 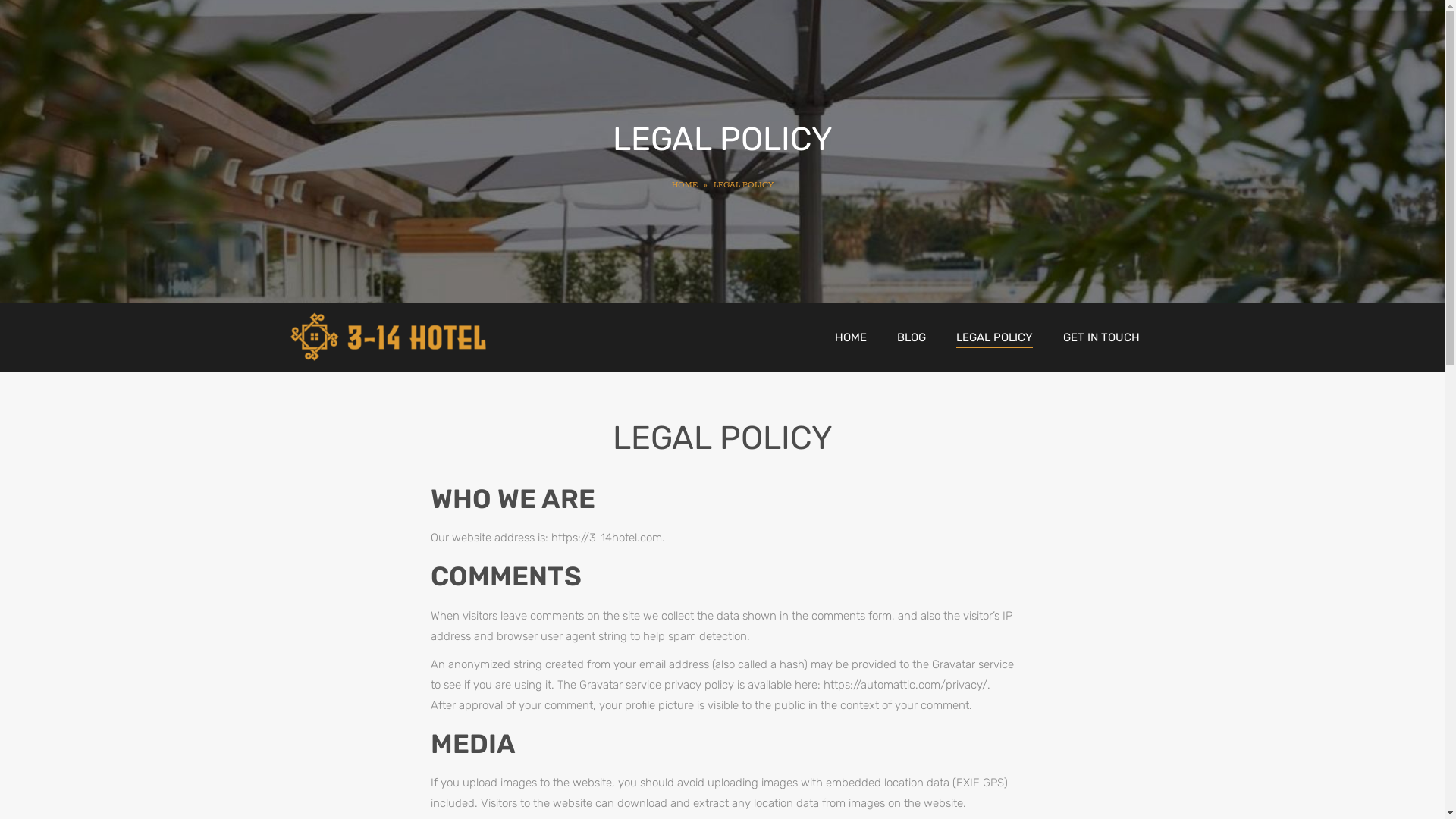 I want to click on 'BLOG', so click(x=910, y=336).